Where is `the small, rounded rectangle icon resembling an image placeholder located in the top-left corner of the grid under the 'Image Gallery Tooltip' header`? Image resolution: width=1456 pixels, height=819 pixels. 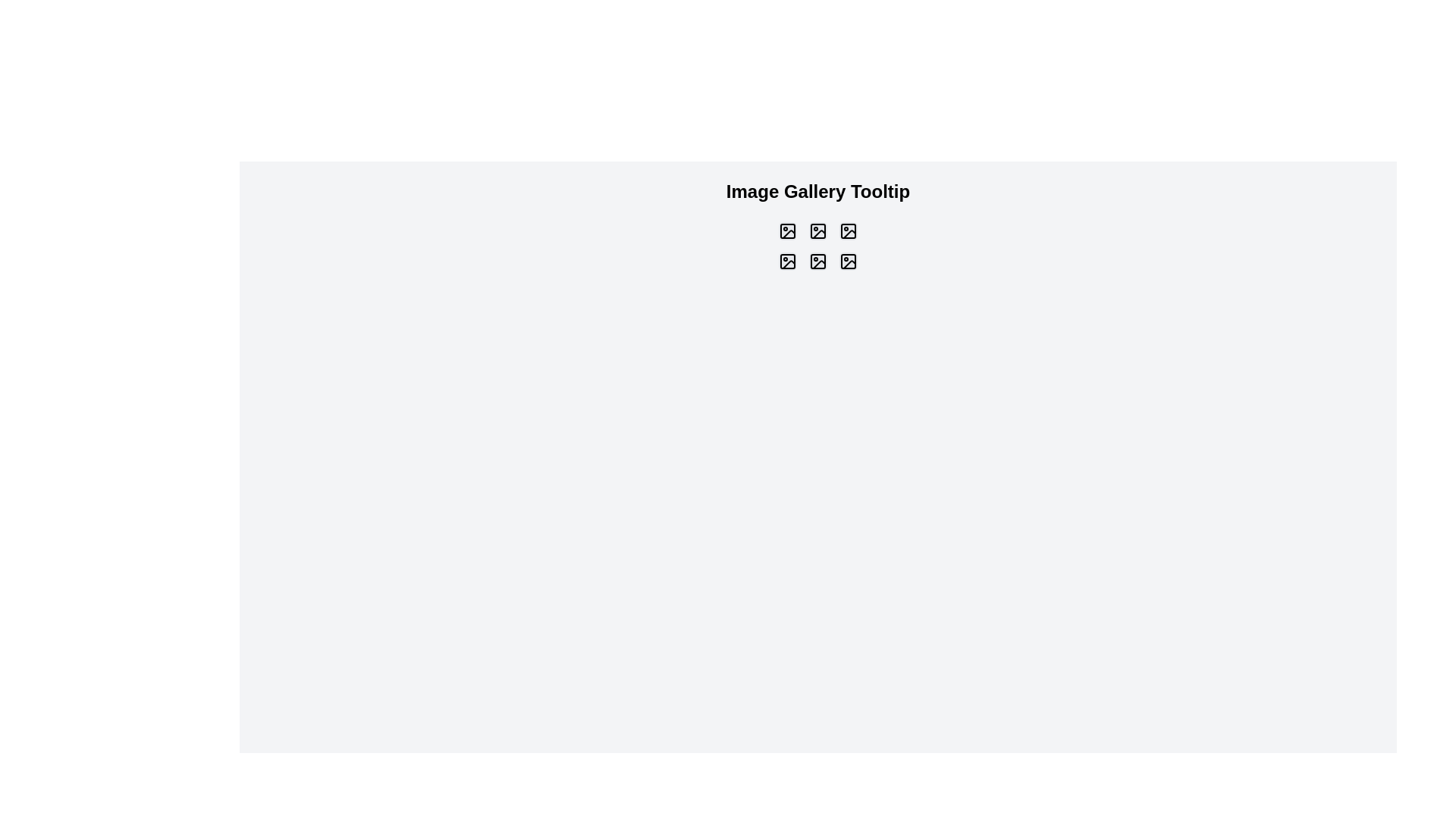
the small, rounded rectangle icon resembling an image placeholder located in the top-left corner of the grid under the 'Image Gallery Tooltip' header is located at coordinates (787, 231).